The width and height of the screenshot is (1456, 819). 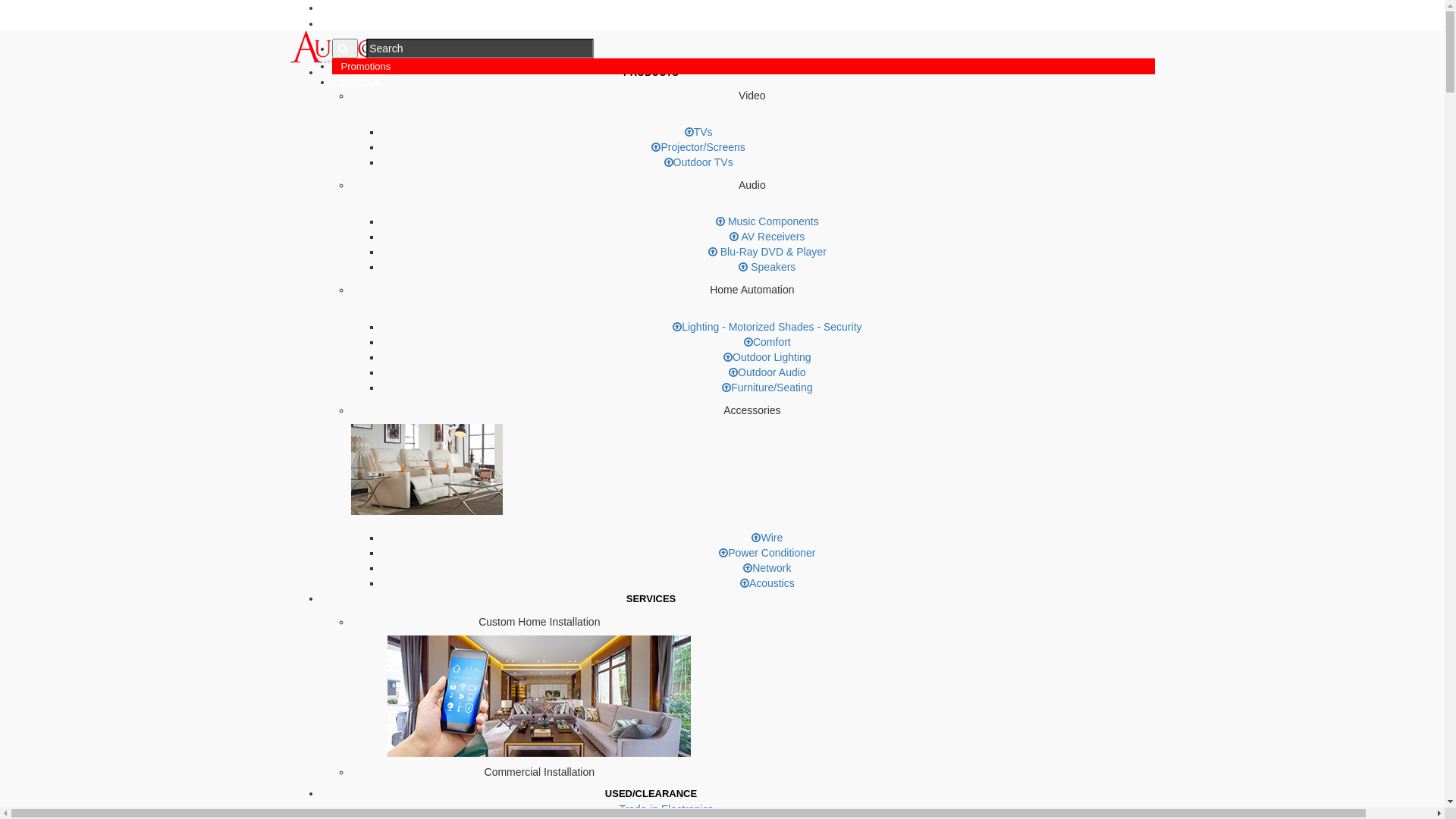 What do you see at coordinates (767, 326) in the screenshot?
I see `'Lighting - Motorized Shades - Security'` at bounding box center [767, 326].